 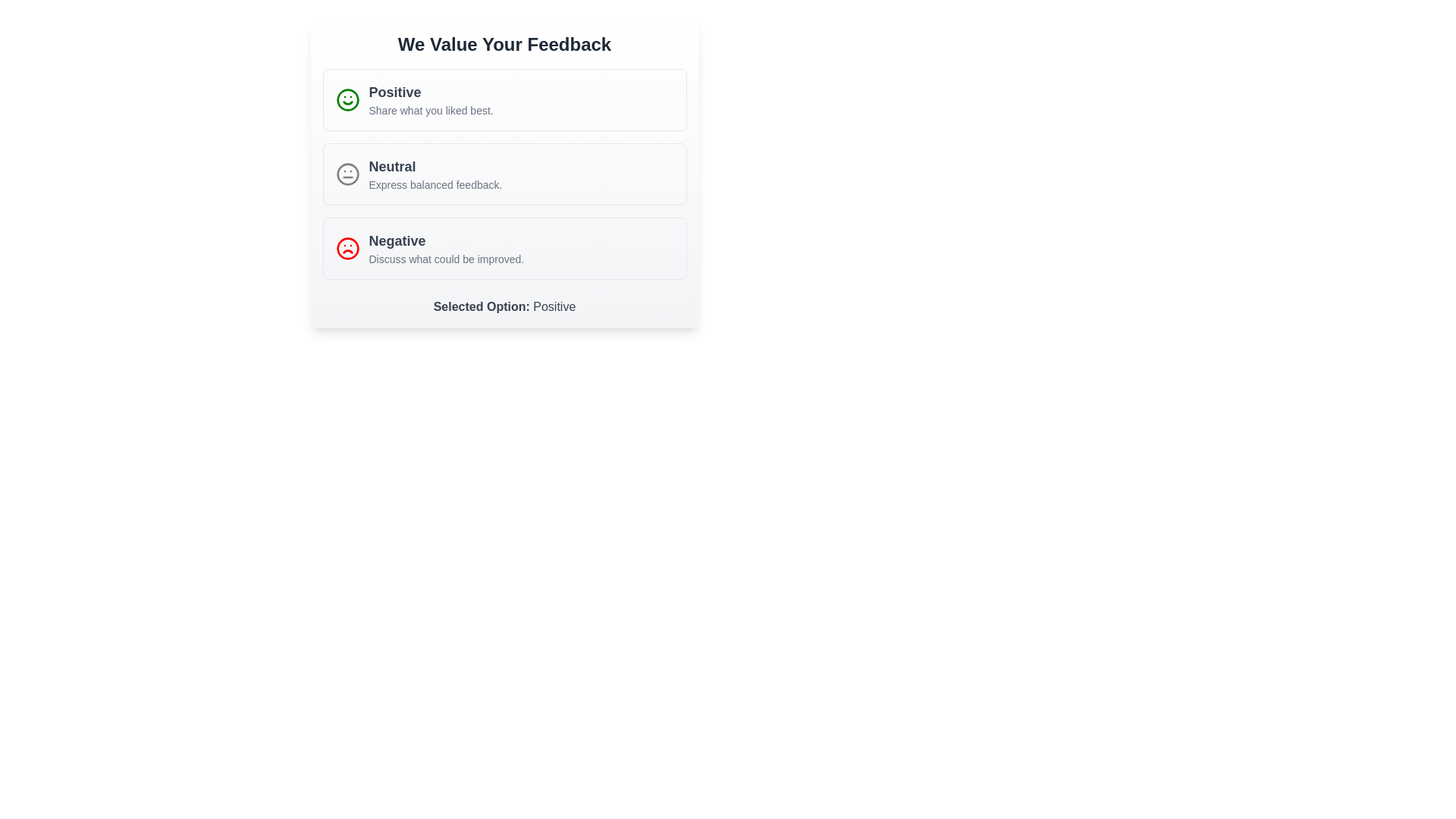 What do you see at coordinates (504, 174) in the screenshot?
I see `the selectable option for neutral feedback, located centrally below the title 'We Value Your Feedback', to change its appearance` at bounding box center [504, 174].